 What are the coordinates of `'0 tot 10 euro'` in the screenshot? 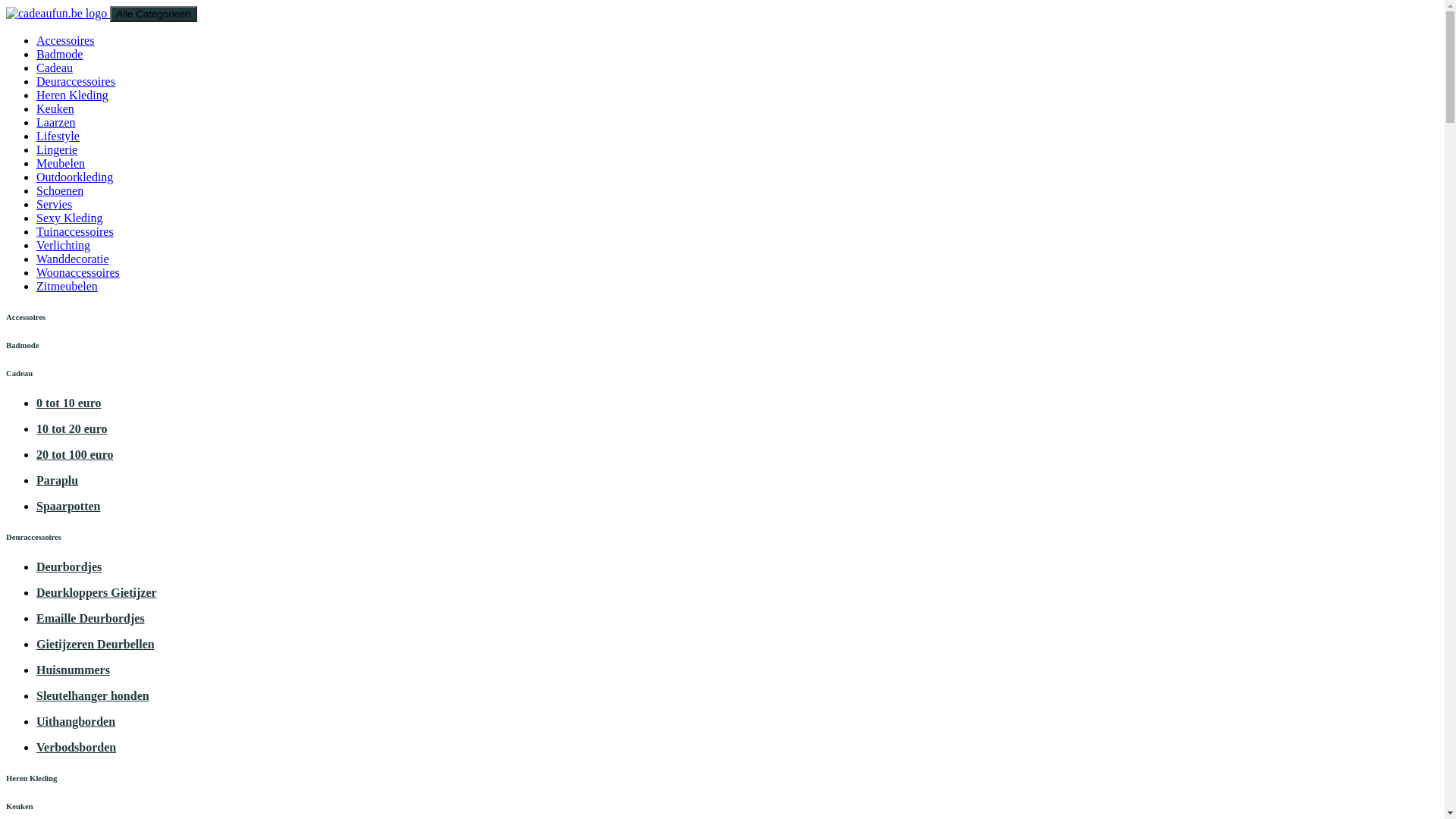 It's located at (67, 402).